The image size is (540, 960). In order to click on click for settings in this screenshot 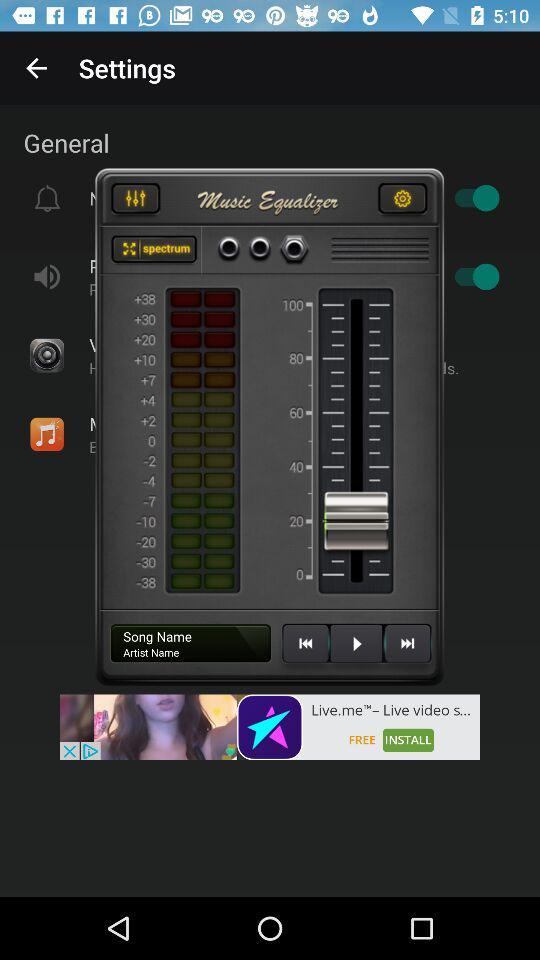, I will do `click(402, 201)`.